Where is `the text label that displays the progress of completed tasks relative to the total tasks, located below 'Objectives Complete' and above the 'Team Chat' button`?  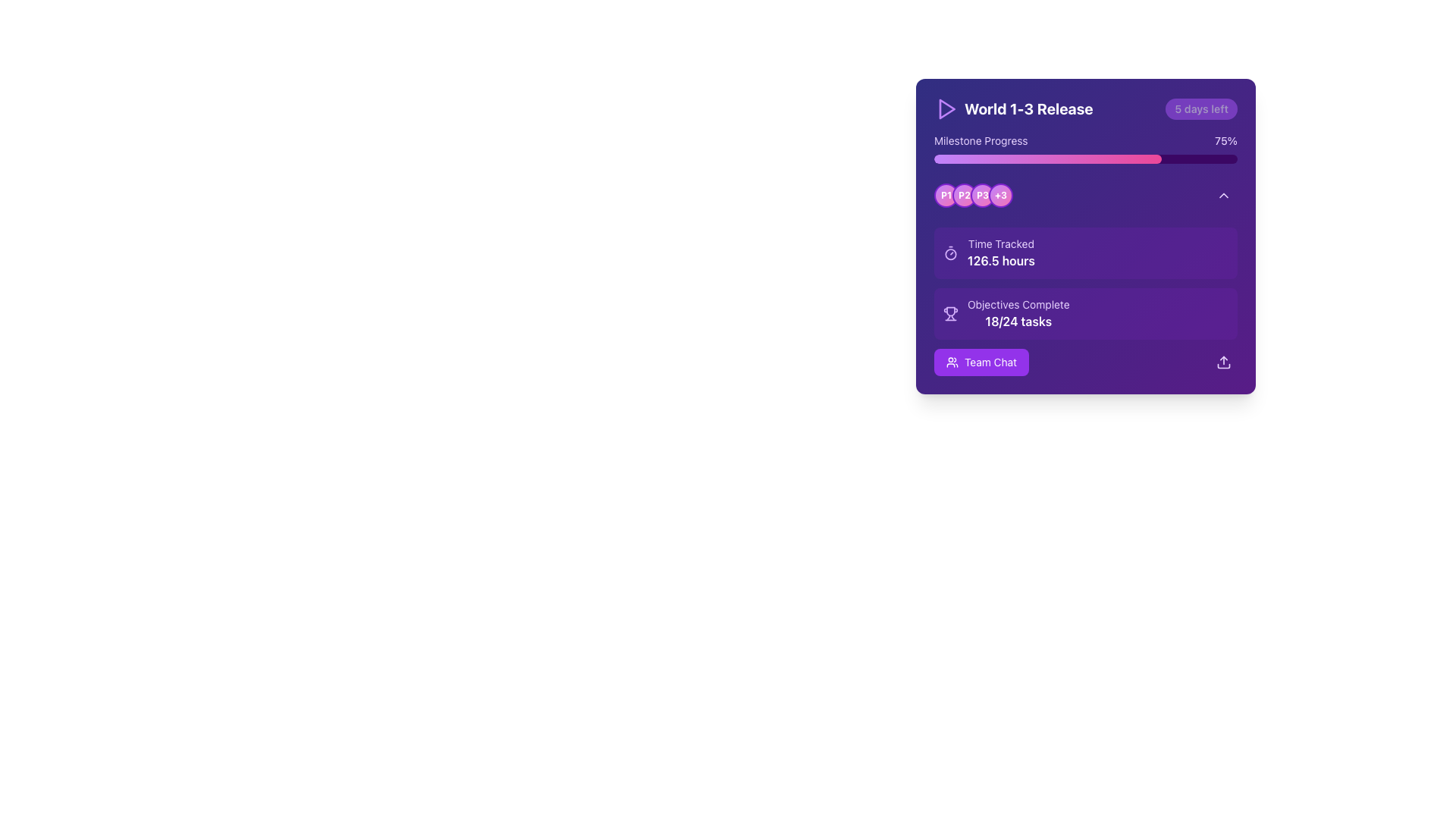
the text label that displays the progress of completed tasks relative to the total tasks, located below 'Objectives Complete' and above the 'Team Chat' button is located at coordinates (1018, 321).